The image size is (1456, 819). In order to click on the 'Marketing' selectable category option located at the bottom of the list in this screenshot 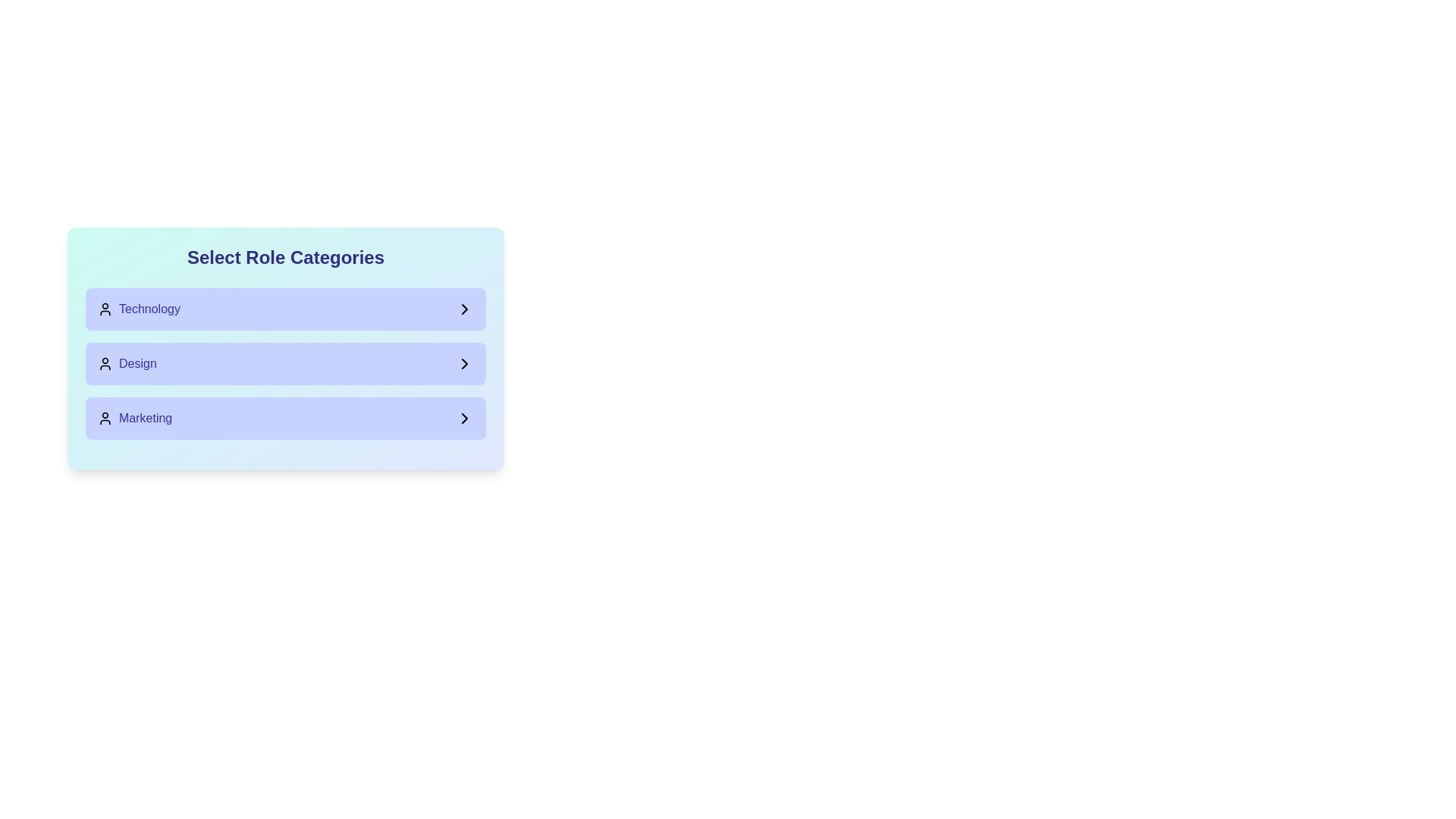, I will do `click(135, 418)`.